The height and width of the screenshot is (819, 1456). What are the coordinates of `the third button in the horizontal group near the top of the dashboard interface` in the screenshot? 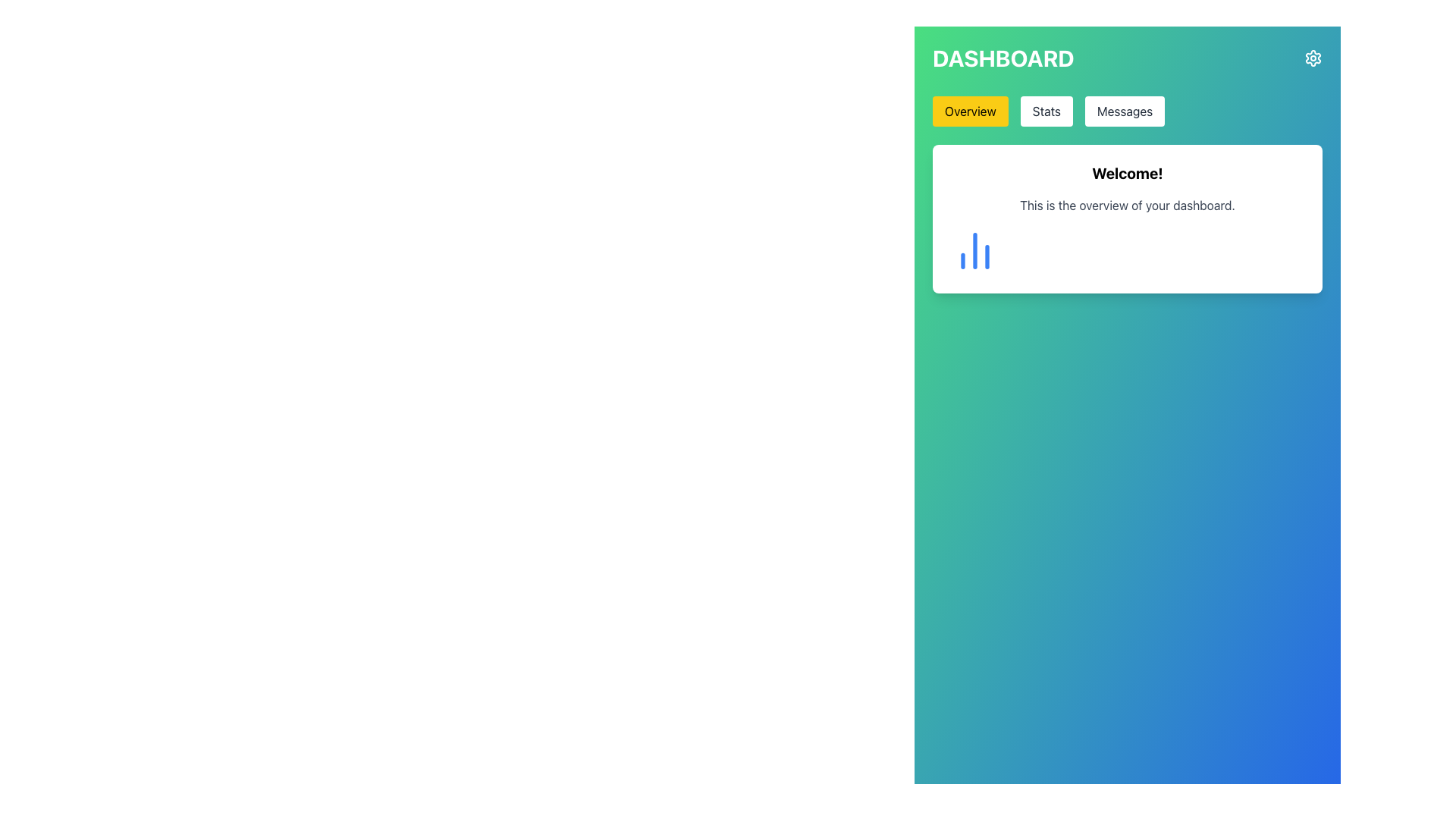 It's located at (1125, 110).